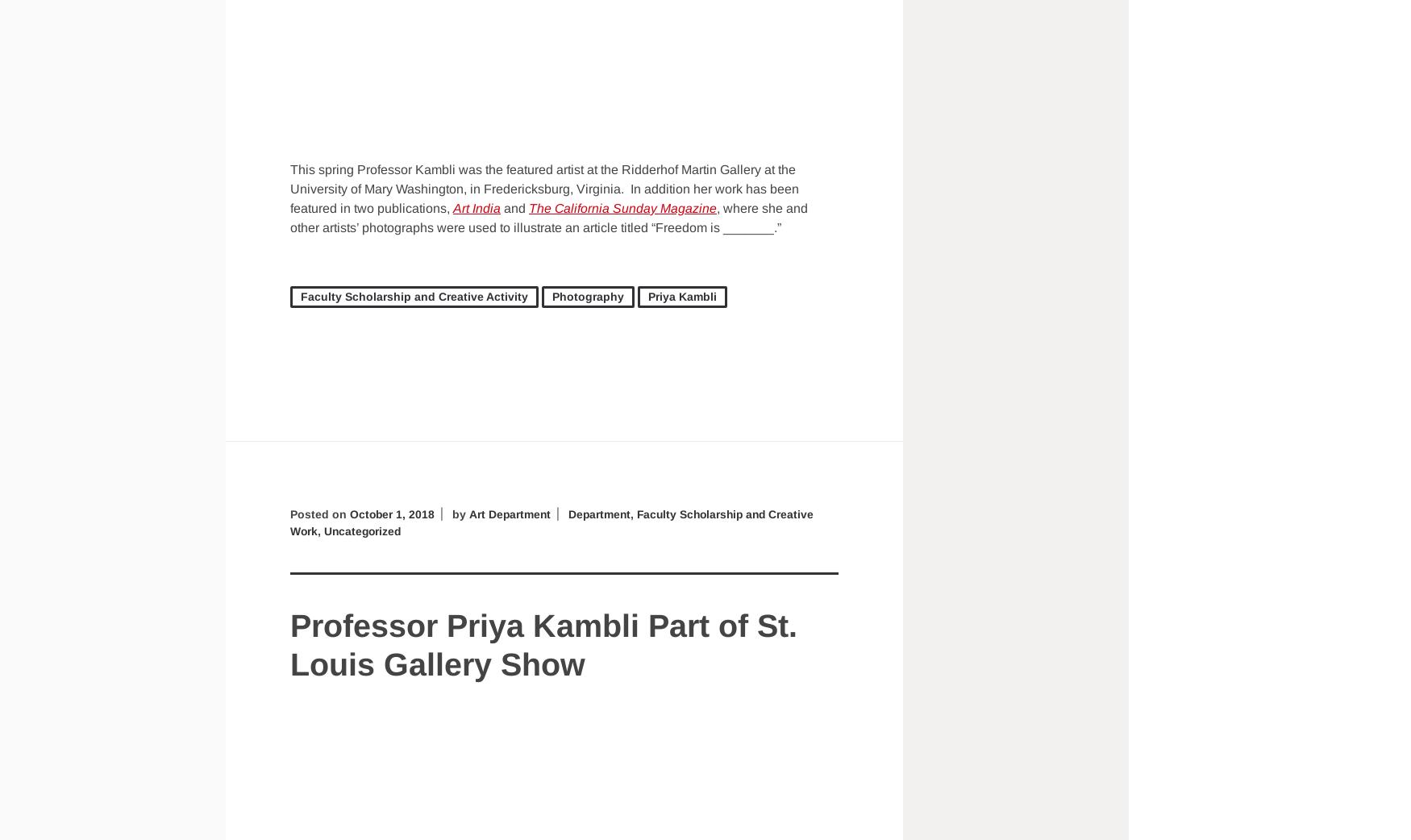 This screenshot has height=840, width=1411. What do you see at coordinates (543, 187) in the screenshot?
I see `'This spring Professor Kambli was the featured artist at the Ridderhof Martin Gallery at the University of Mary Washington, in Fredericksburg, Virginia.  In addition her work has been featured in two publications,'` at bounding box center [543, 187].